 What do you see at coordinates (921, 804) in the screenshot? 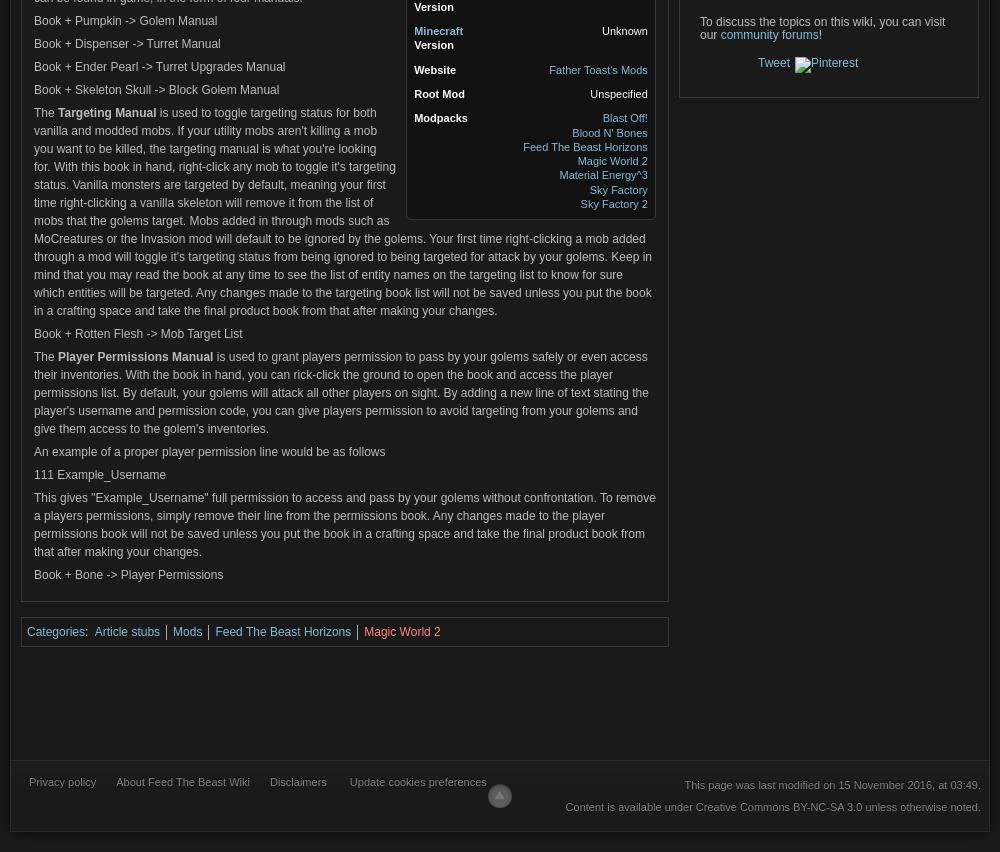
I see `'unless otherwise noted.'` at bounding box center [921, 804].